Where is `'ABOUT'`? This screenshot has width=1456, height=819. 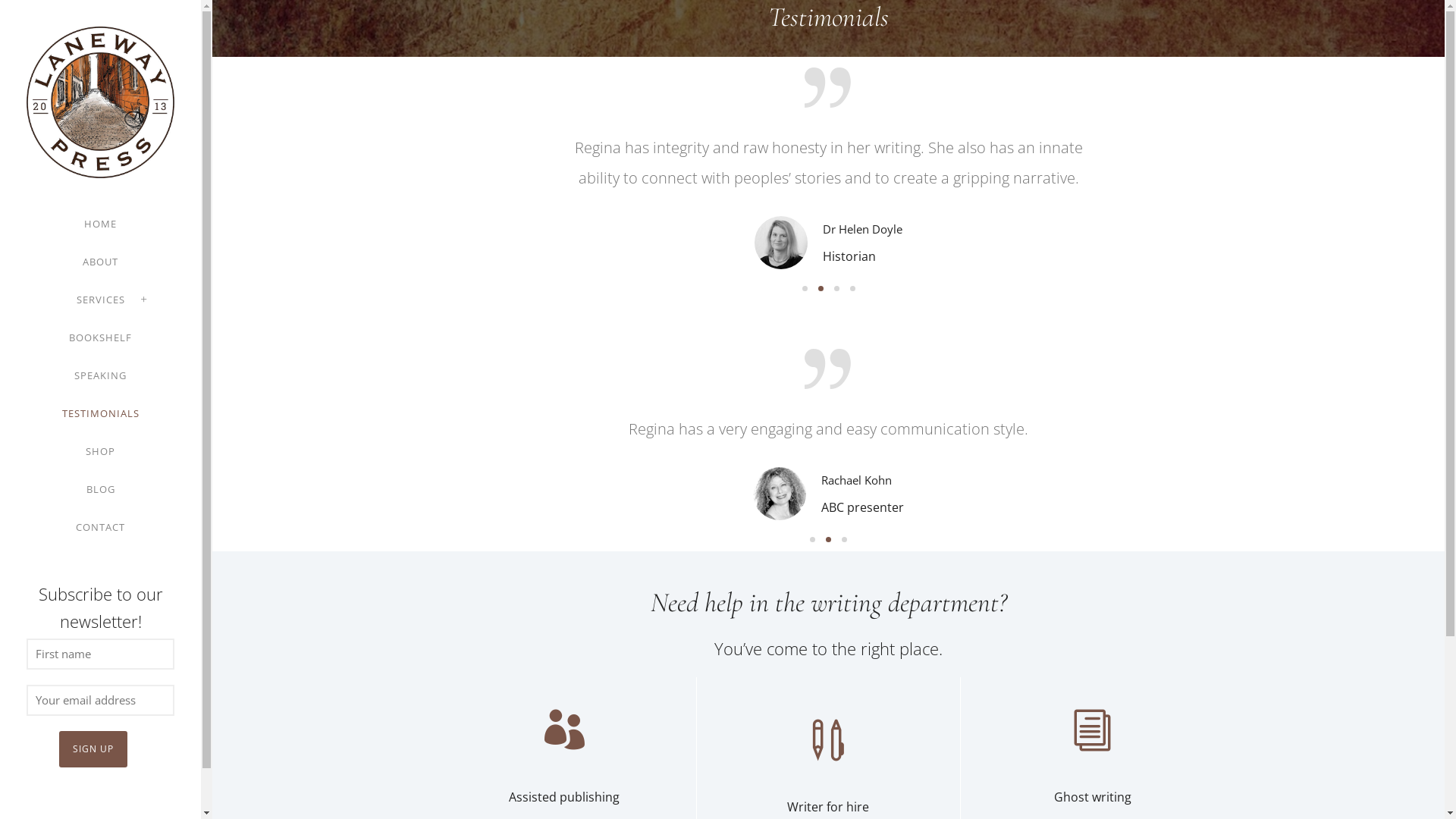
'ABOUT' is located at coordinates (99, 260).